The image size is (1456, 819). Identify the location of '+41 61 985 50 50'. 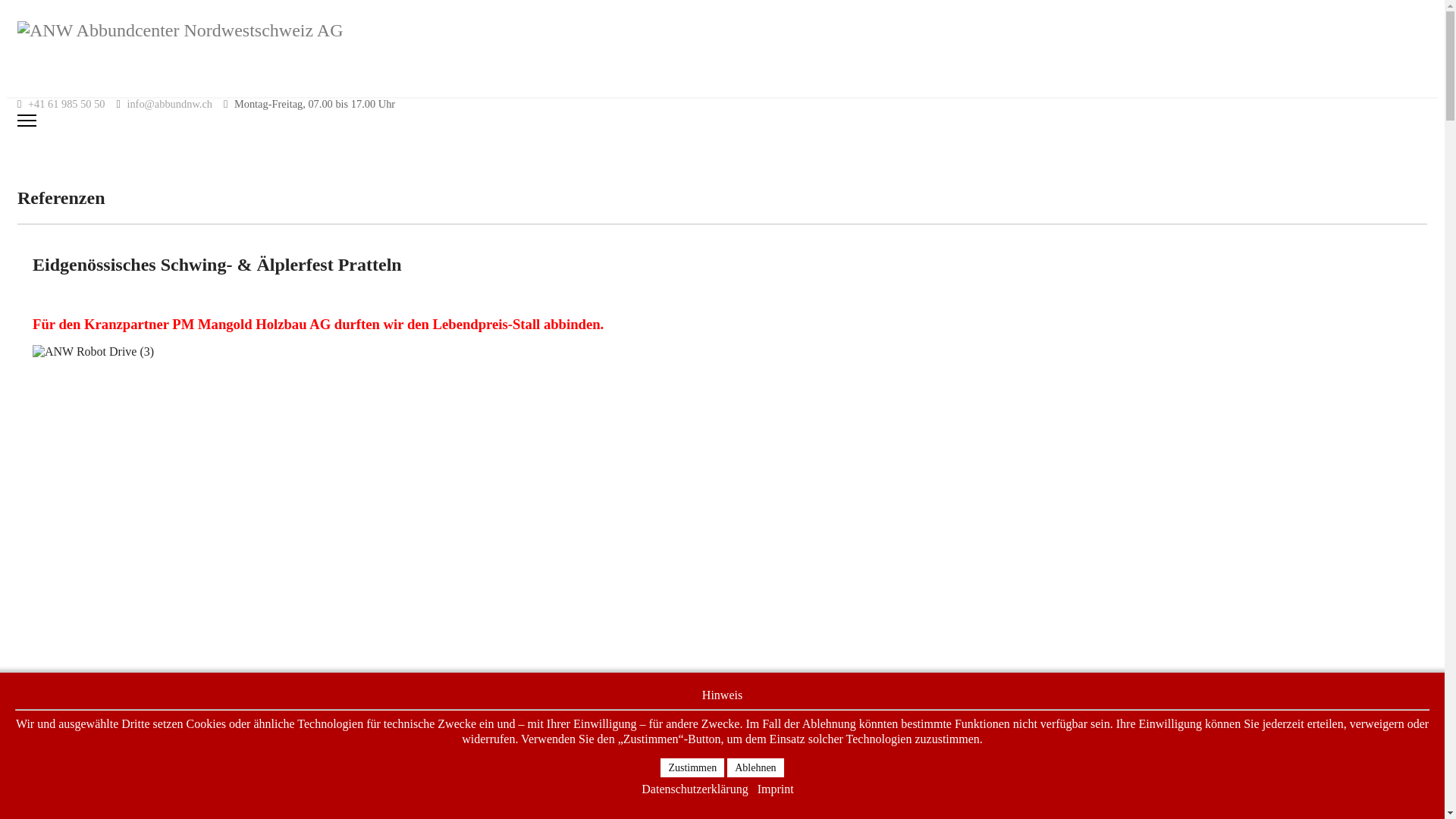
(65, 103).